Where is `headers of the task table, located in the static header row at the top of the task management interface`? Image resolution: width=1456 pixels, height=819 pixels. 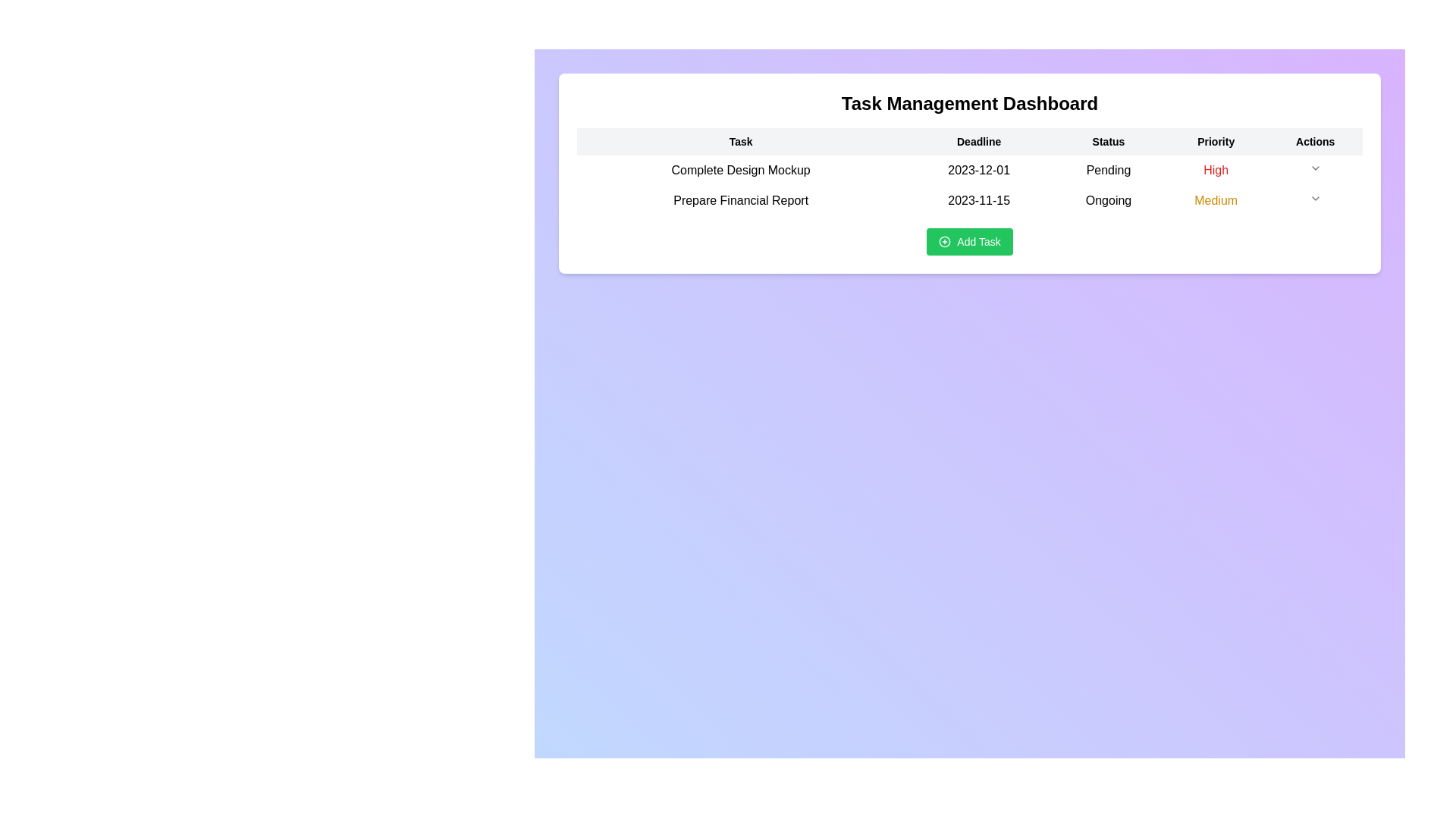
headers of the task table, located in the static header row at the top of the task management interface is located at coordinates (968, 141).